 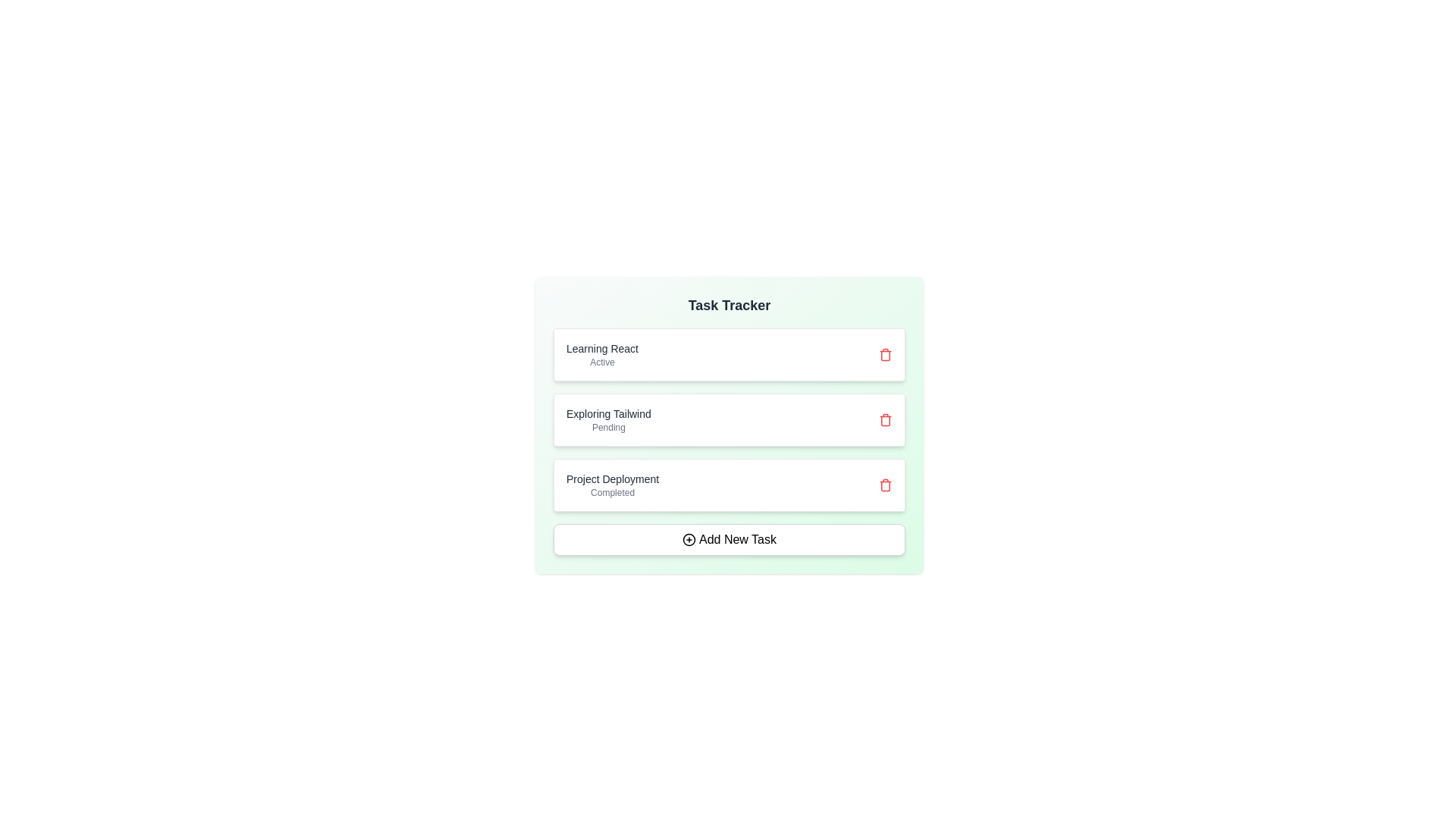 What do you see at coordinates (885, 485) in the screenshot?
I see `the delete button for the task labeled Project Deployment` at bounding box center [885, 485].